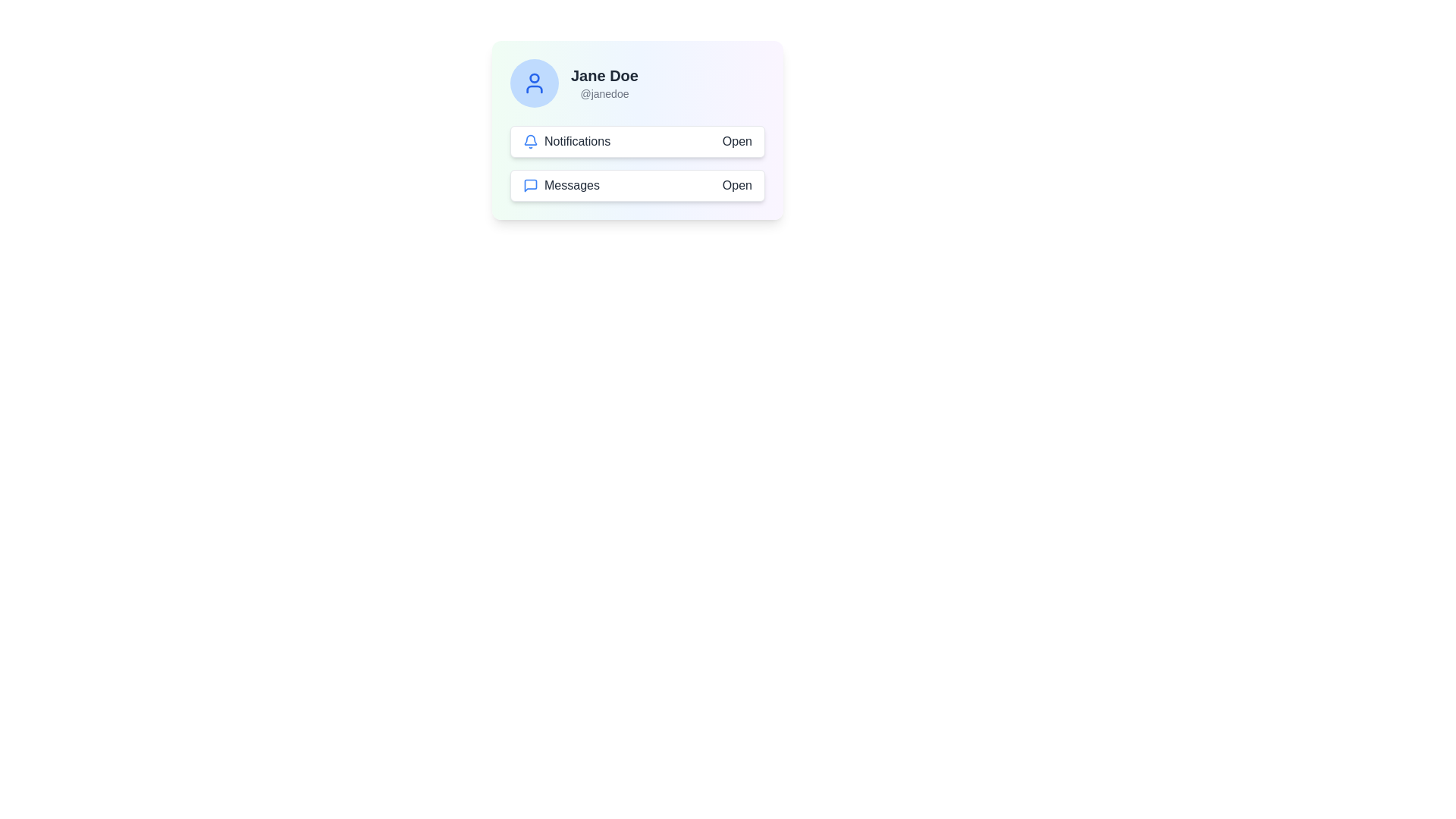 This screenshot has height=819, width=1456. Describe the element at coordinates (531, 185) in the screenshot. I see `the speech bubble icon with a blue outline, positioned to the left of the 'Messages' text label` at that location.